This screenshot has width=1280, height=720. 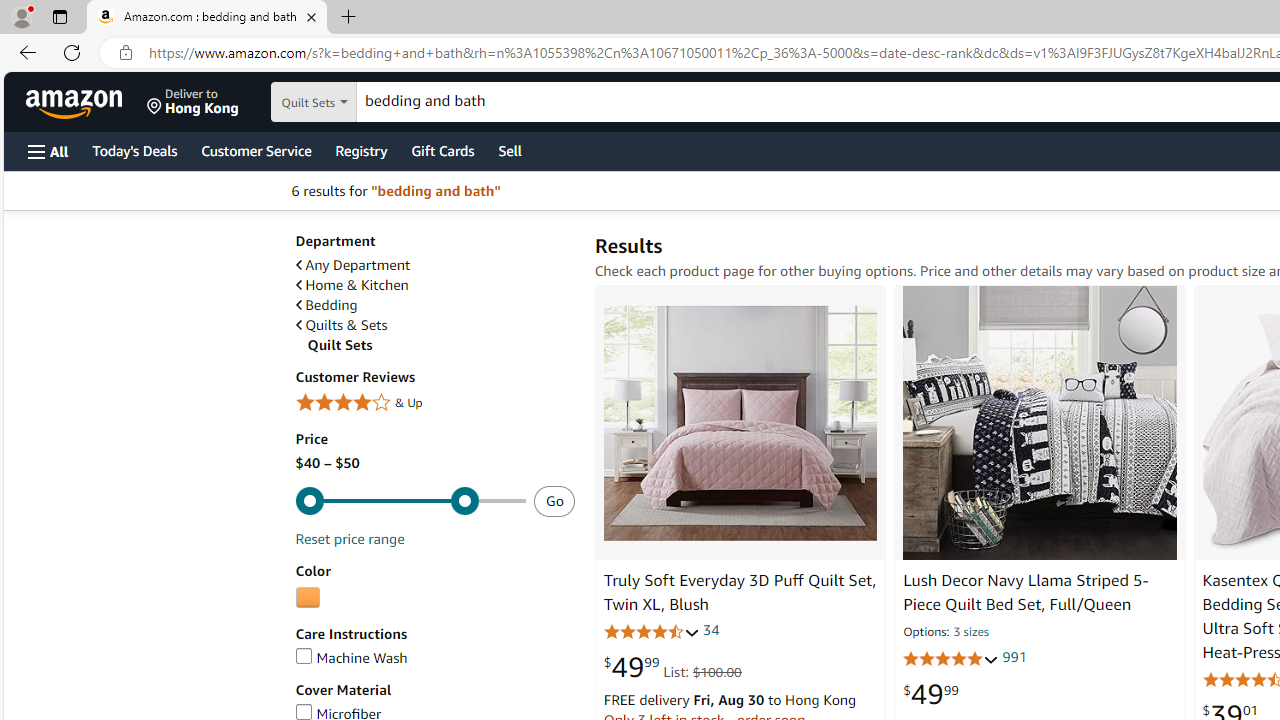 I want to click on 'Bedding', so click(x=326, y=305).